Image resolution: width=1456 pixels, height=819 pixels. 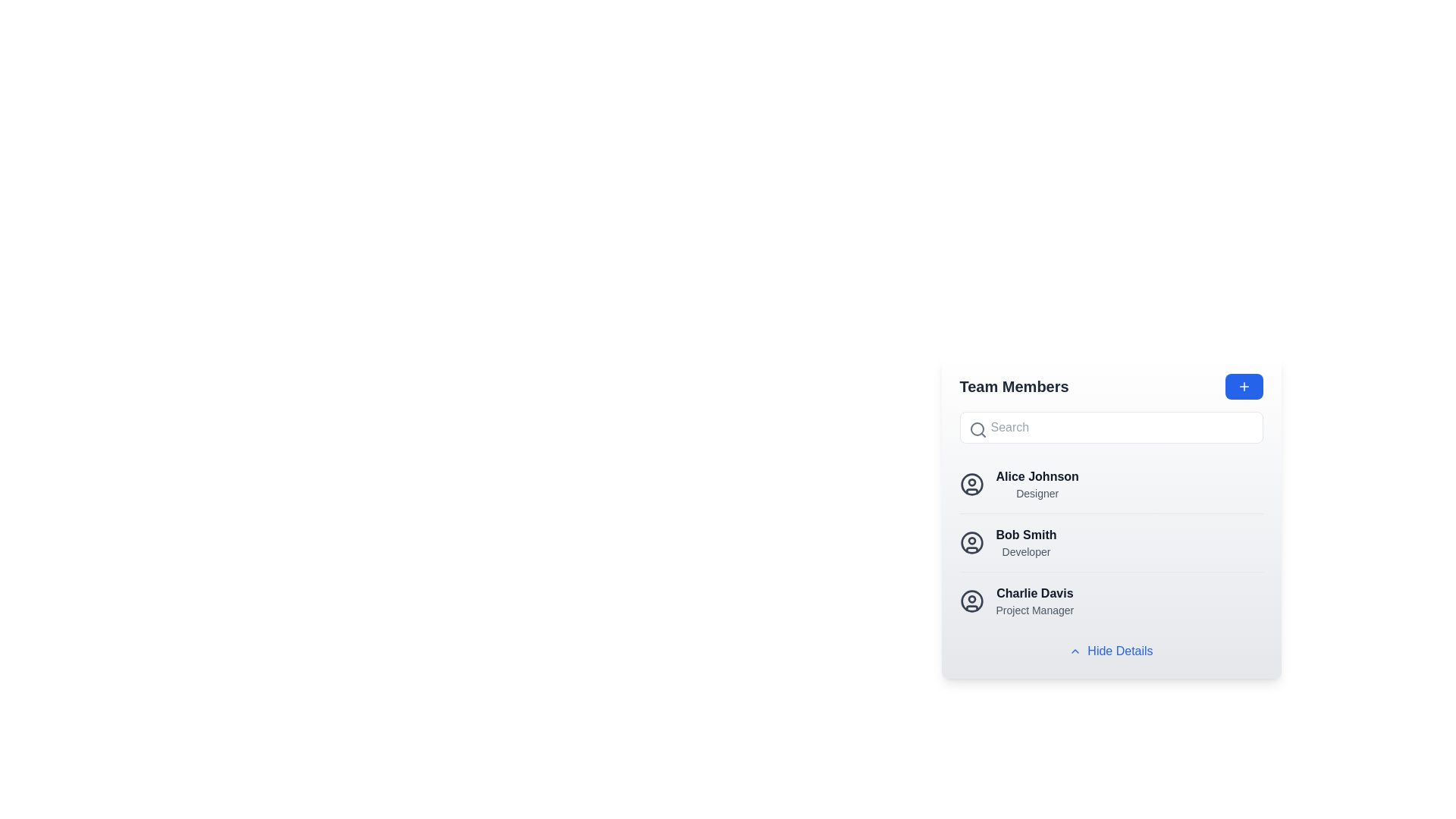 I want to click on the text label displaying the name of a team member, located in the second list item under the 'Team Members' heading, above the text 'Developer' and next to the corresponding avatar icon, so click(x=1026, y=534).